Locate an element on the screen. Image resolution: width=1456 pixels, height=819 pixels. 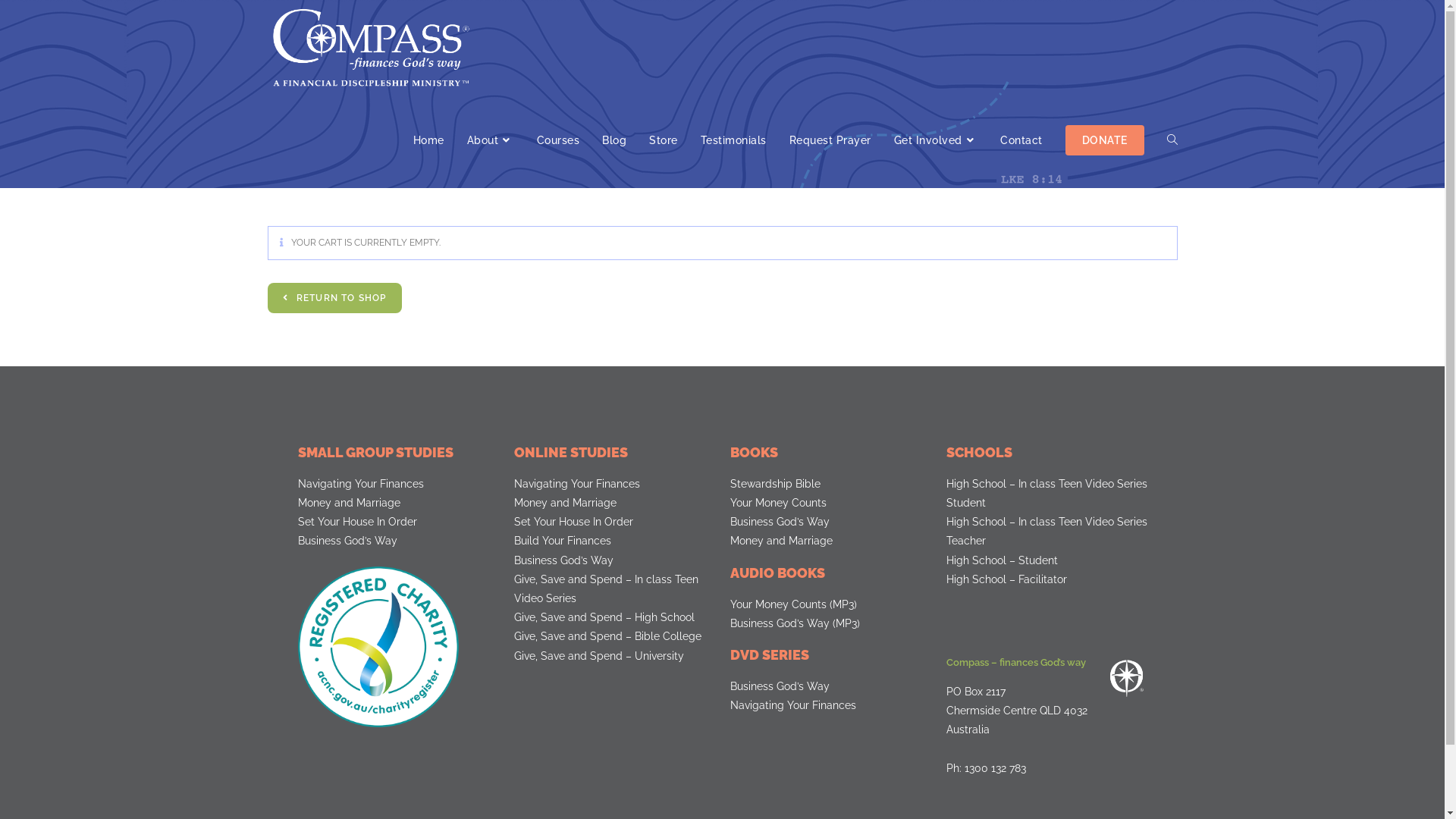
'DONATE' is located at coordinates (1053, 140).